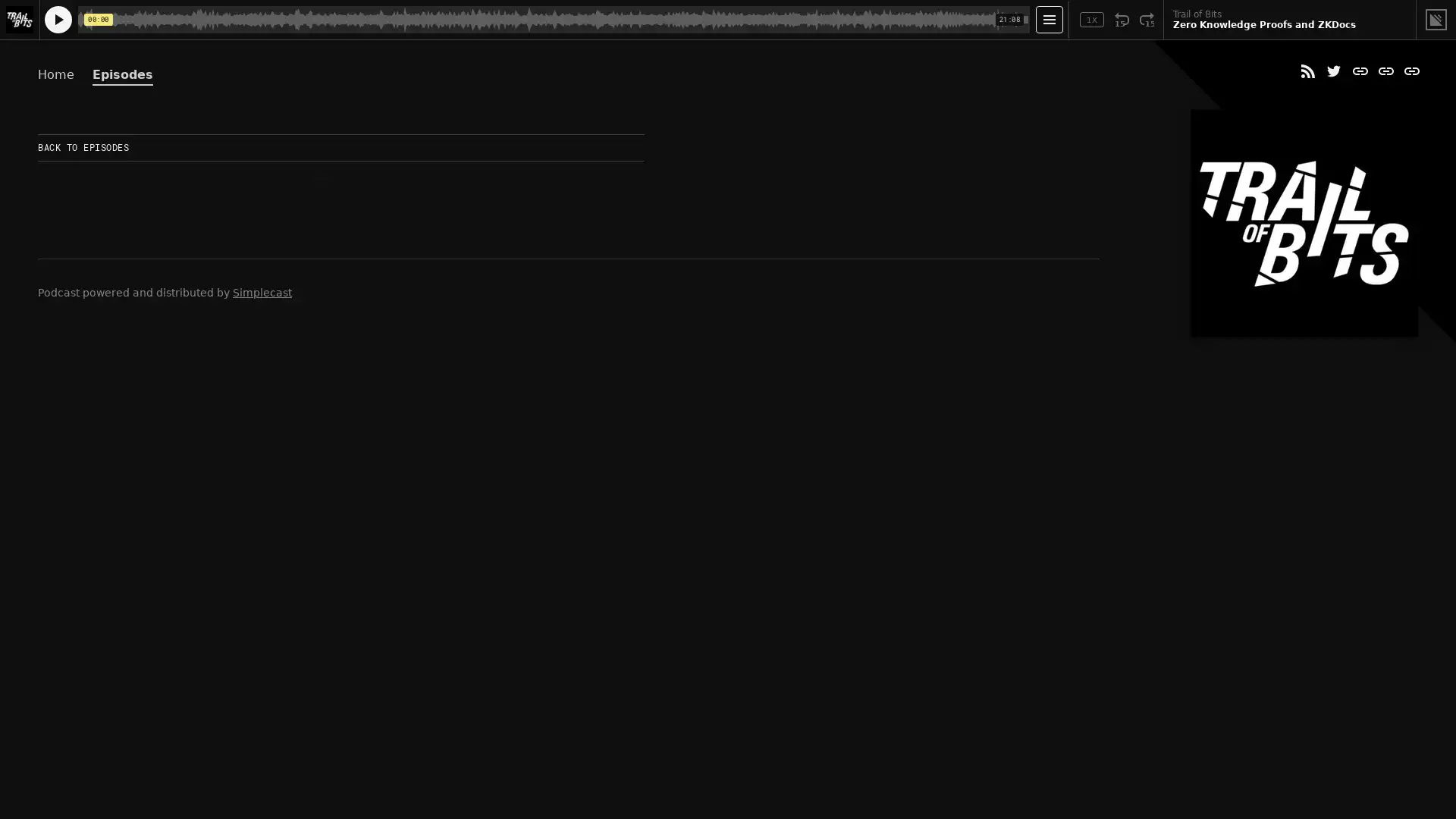  Describe the element at coordinates (1122, 20) in the screenshot. I see `Rewind 15 Seconds` at that location.